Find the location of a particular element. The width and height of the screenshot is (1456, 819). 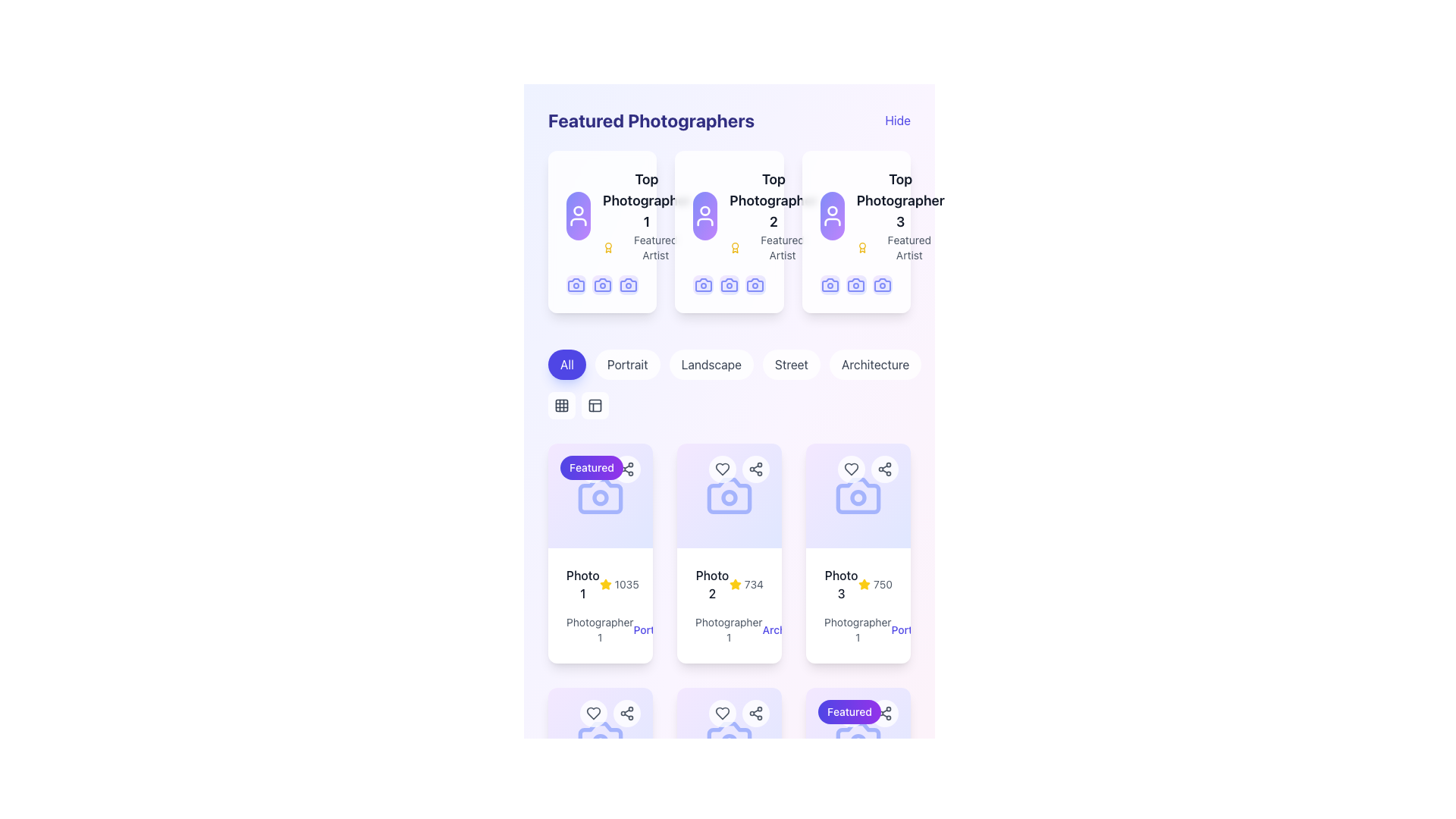

the filled star icon that indicates a rating or popularity status is located at coordinates (604, 584).